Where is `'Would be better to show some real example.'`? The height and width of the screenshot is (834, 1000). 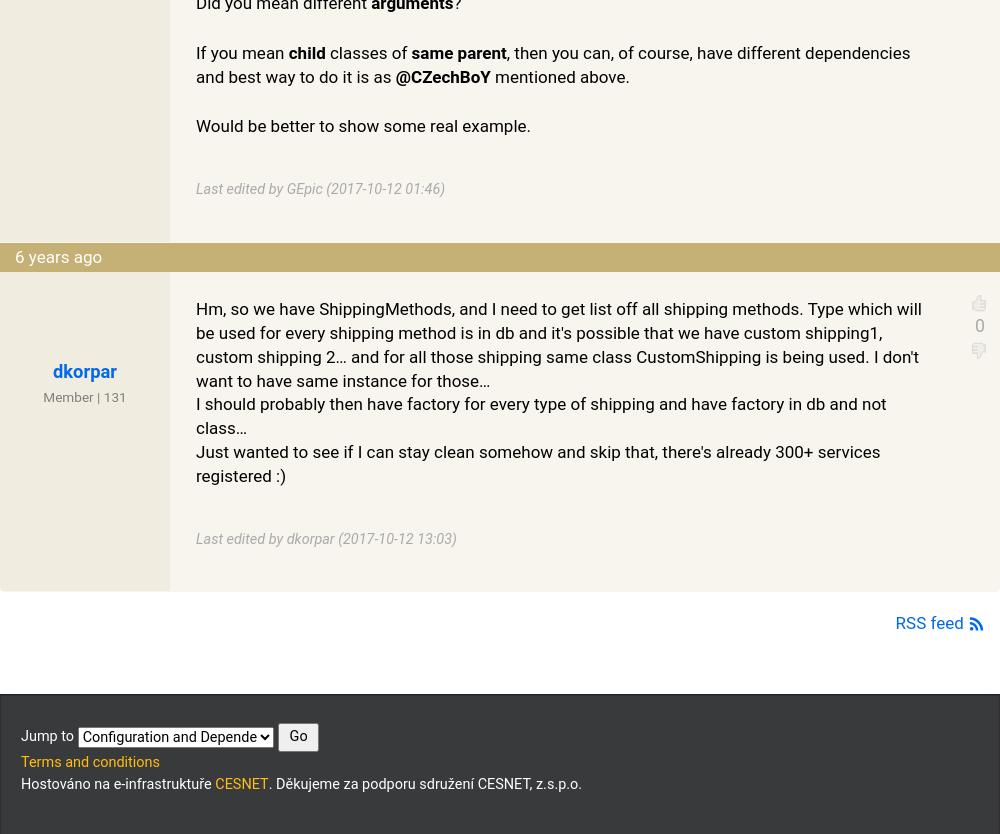
'Would be better to show some real example.' is located at coordinates (195, 125).